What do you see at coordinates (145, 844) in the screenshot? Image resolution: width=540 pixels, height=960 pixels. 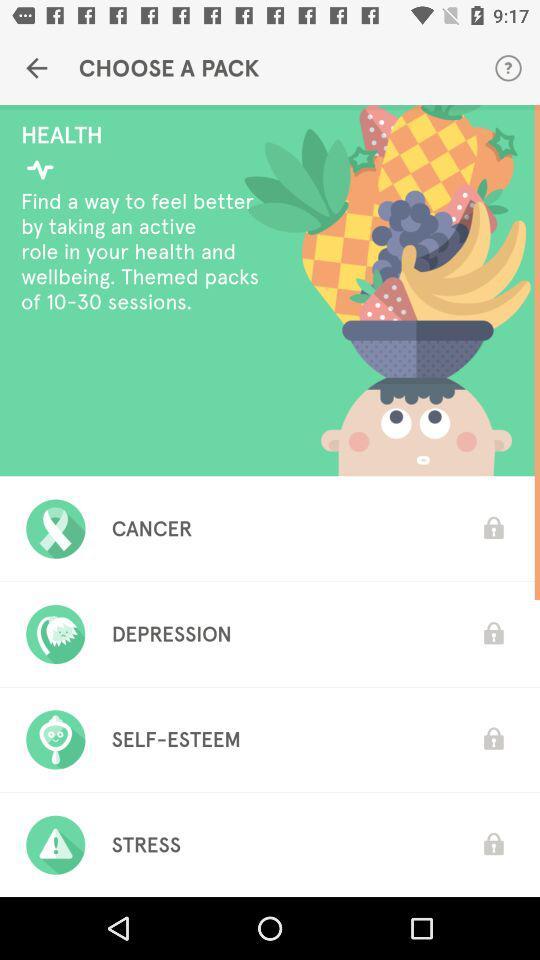 I see `the icon below the self-esteem icon` at bounding box center [145, 844].